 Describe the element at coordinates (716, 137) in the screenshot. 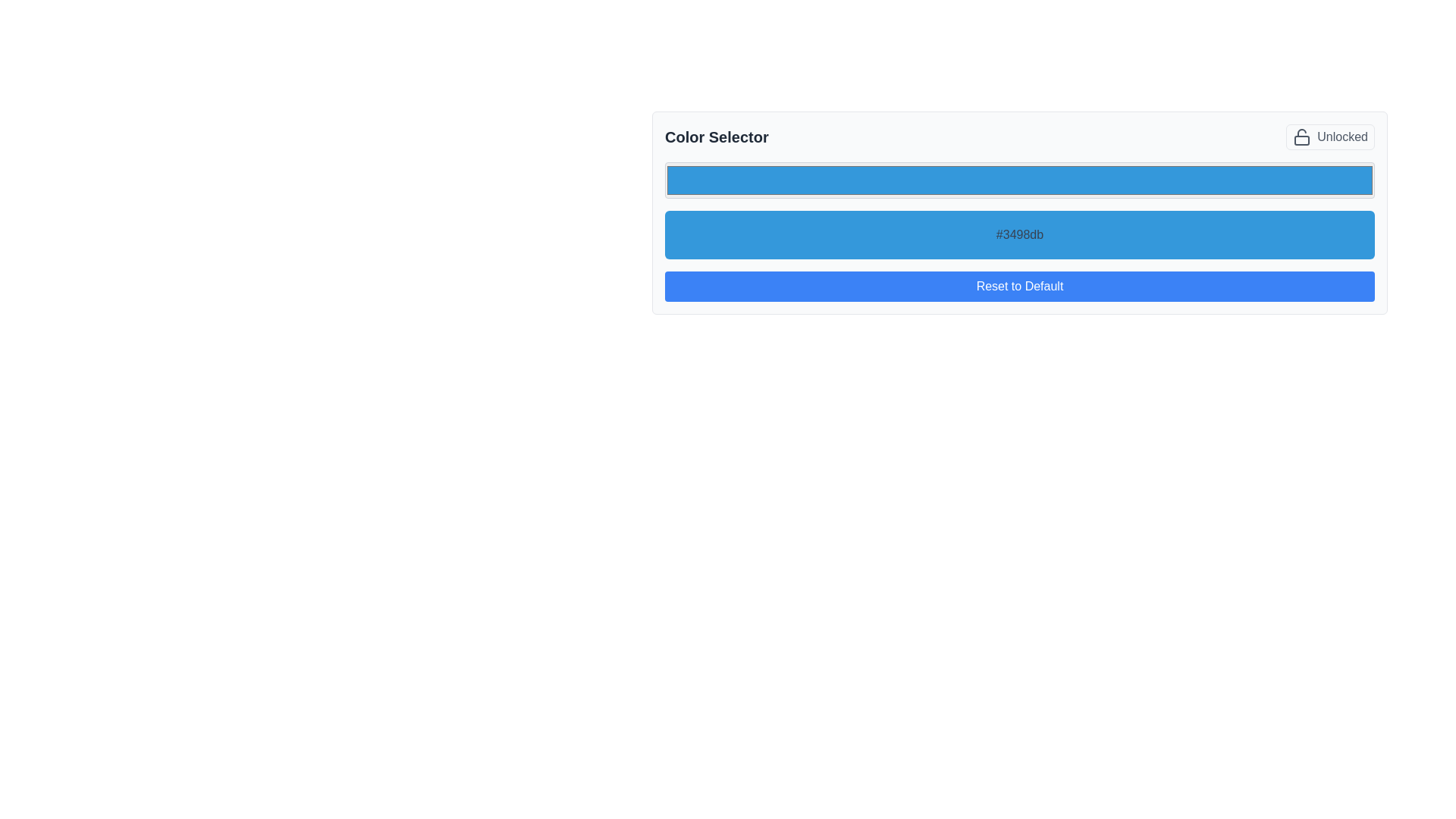

I see `the text label that serves as a title for the color selection section, located to the left of the 'Unlocked' button` at that location.